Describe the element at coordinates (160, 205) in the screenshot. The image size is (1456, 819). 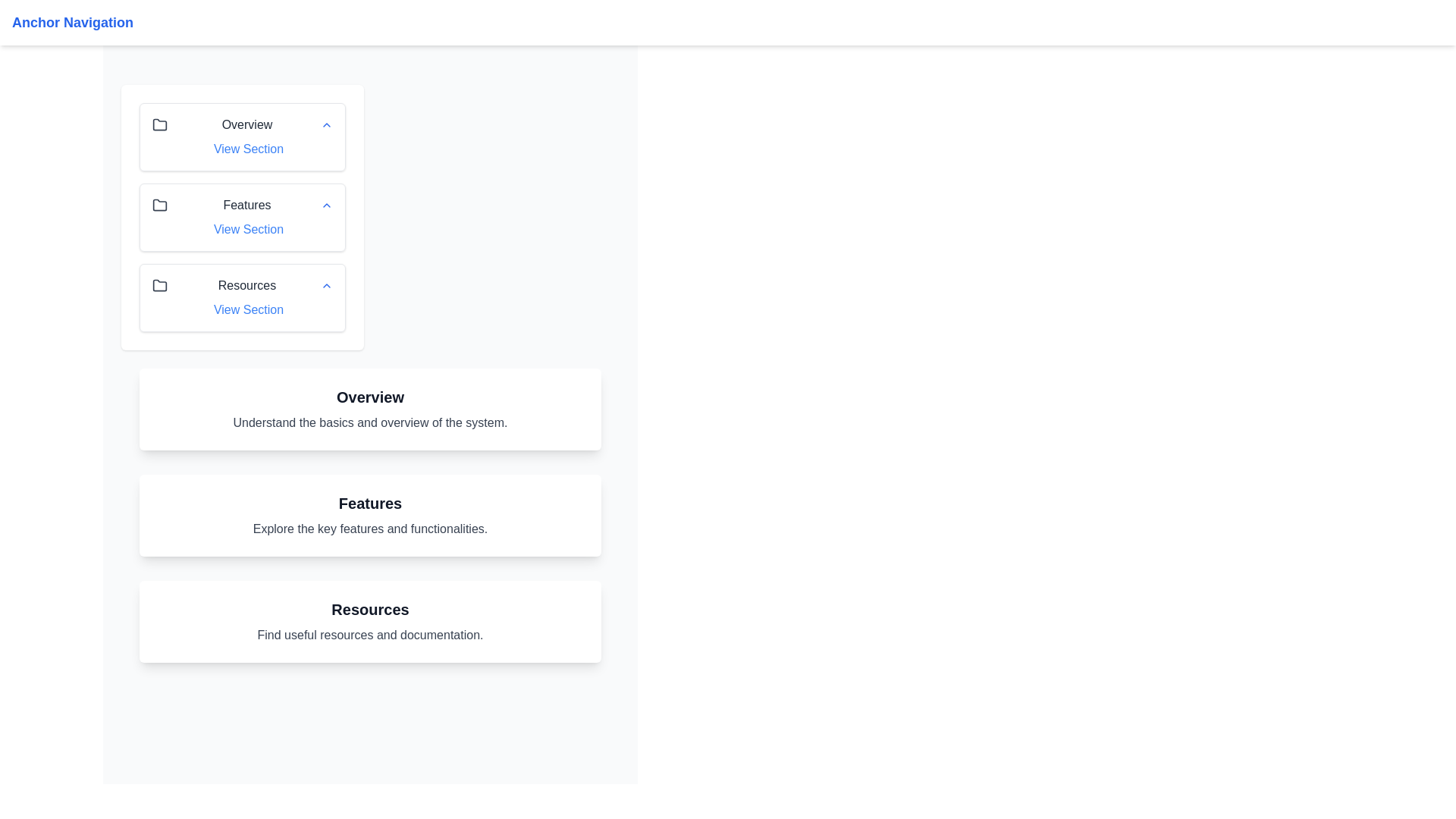
I see `the folder icon located near the 'Features' section label, which is the first icon in a vertically aligned list of navigation items` at that location.